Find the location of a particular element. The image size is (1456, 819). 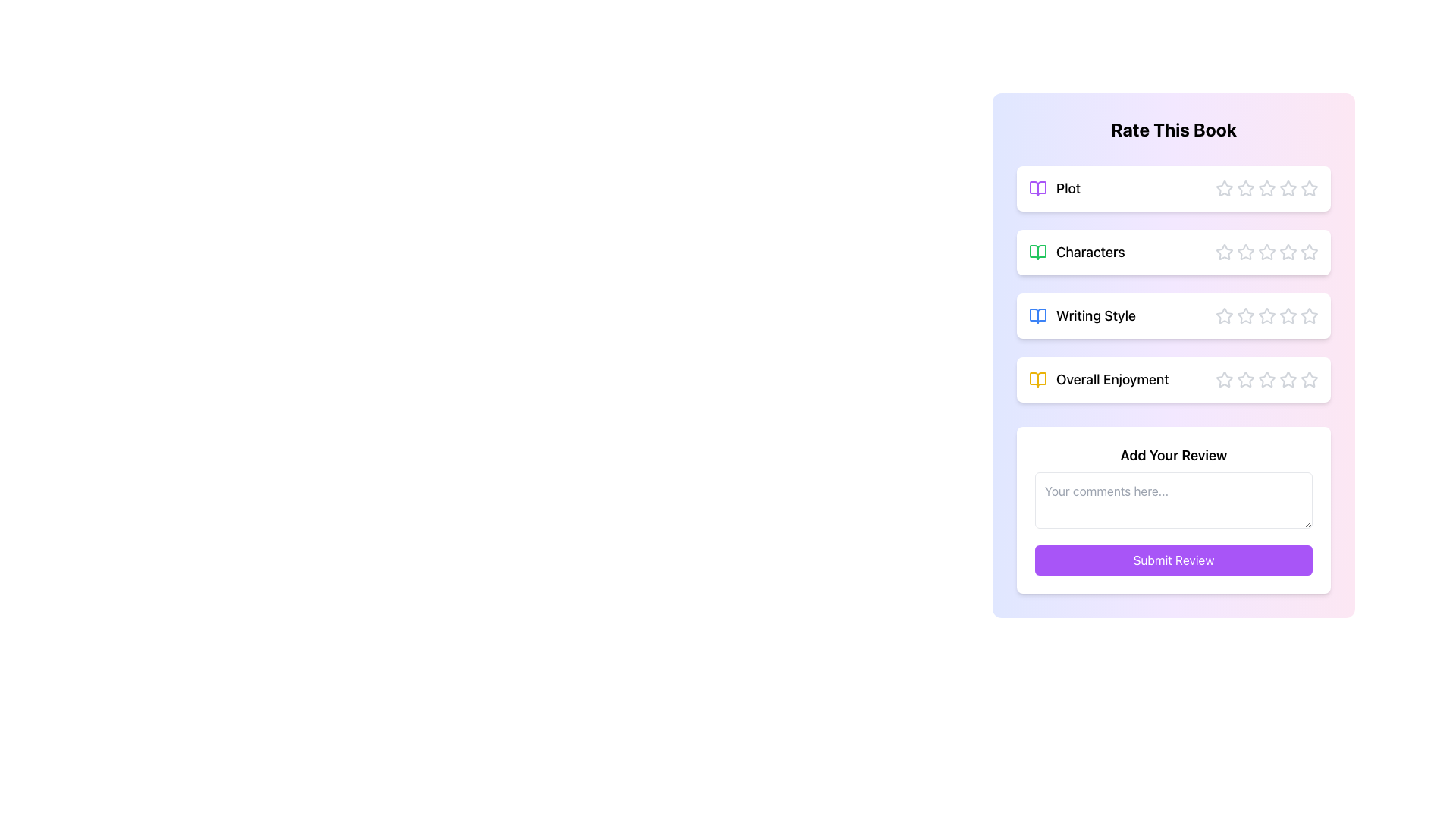

the second star icon in the rating section under 'Characters' is located at coordinates (1245, 251).